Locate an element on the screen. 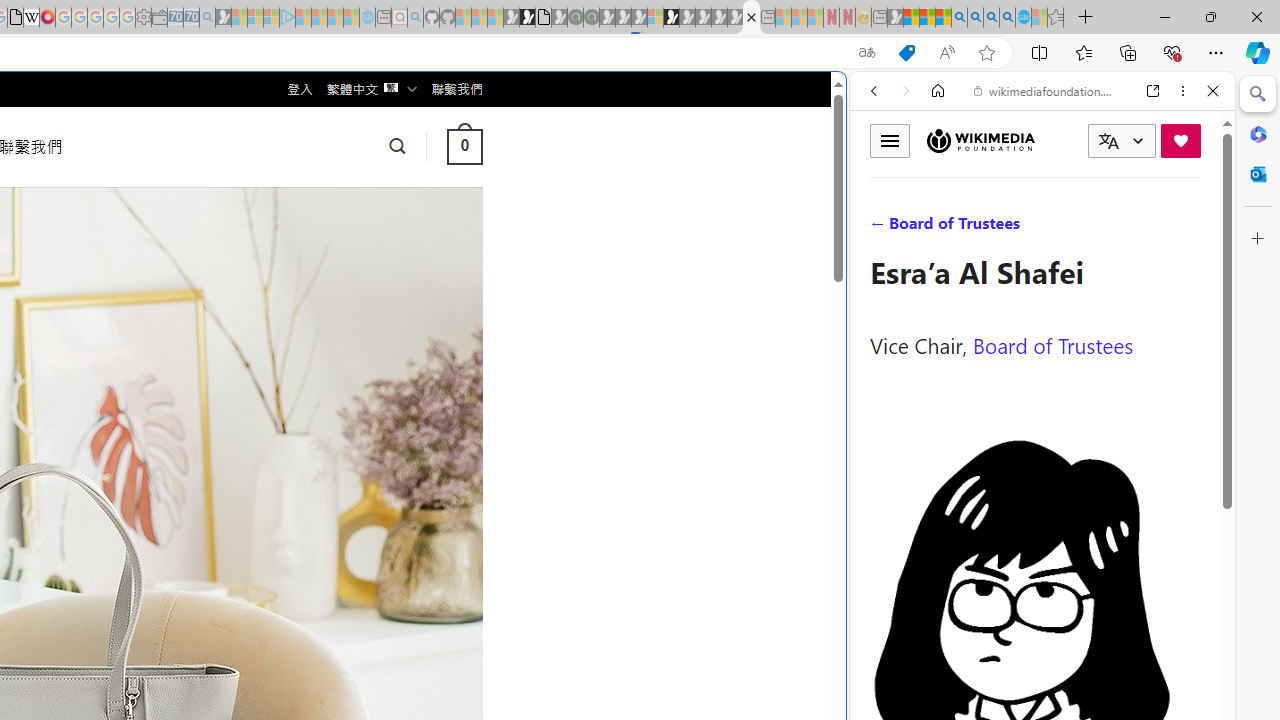  'Target page - Wikipedia' is located at coordinates (32, 17).